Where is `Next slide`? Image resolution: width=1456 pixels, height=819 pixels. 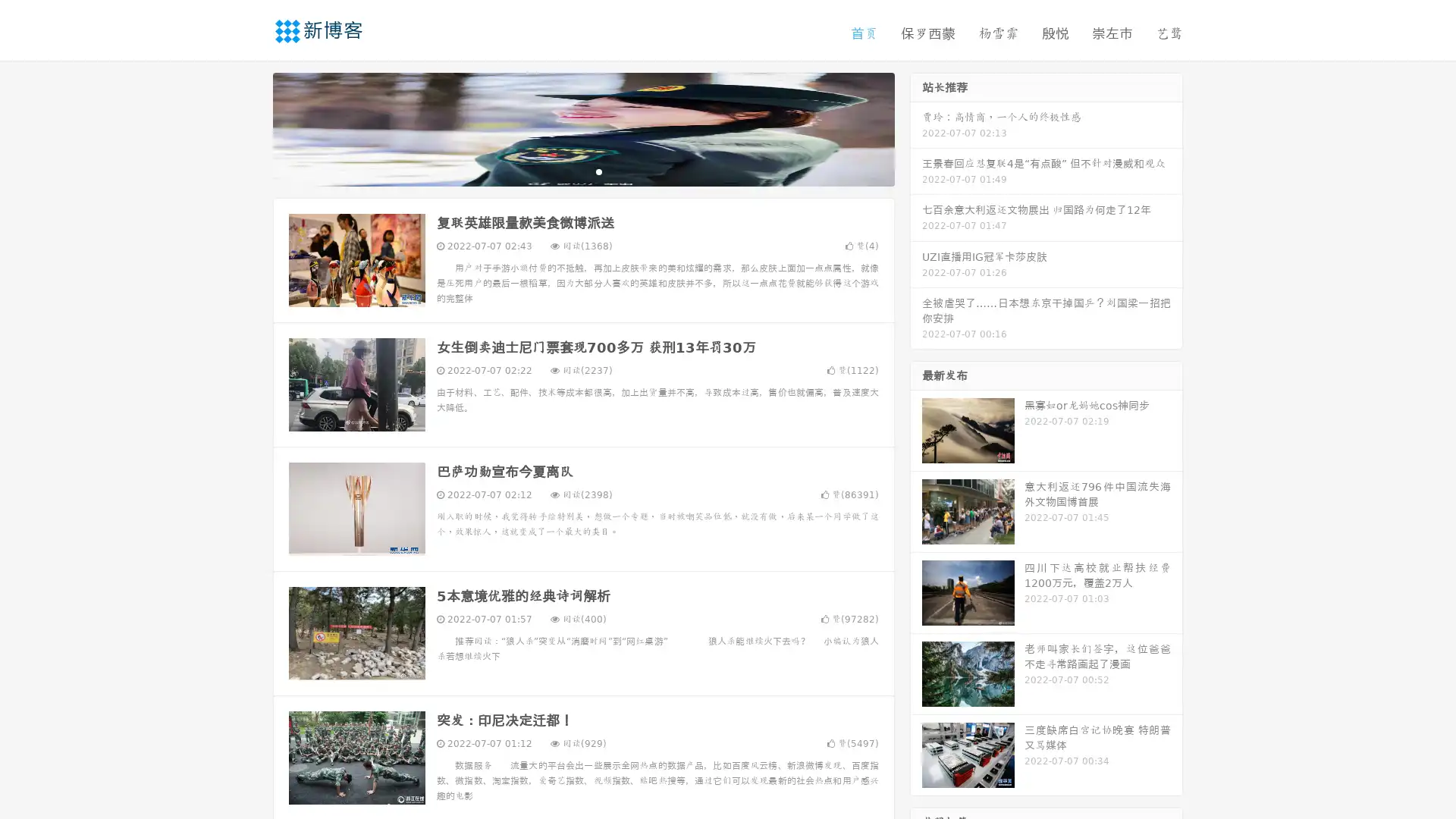 Next slide is located at coordinates (916, 127).